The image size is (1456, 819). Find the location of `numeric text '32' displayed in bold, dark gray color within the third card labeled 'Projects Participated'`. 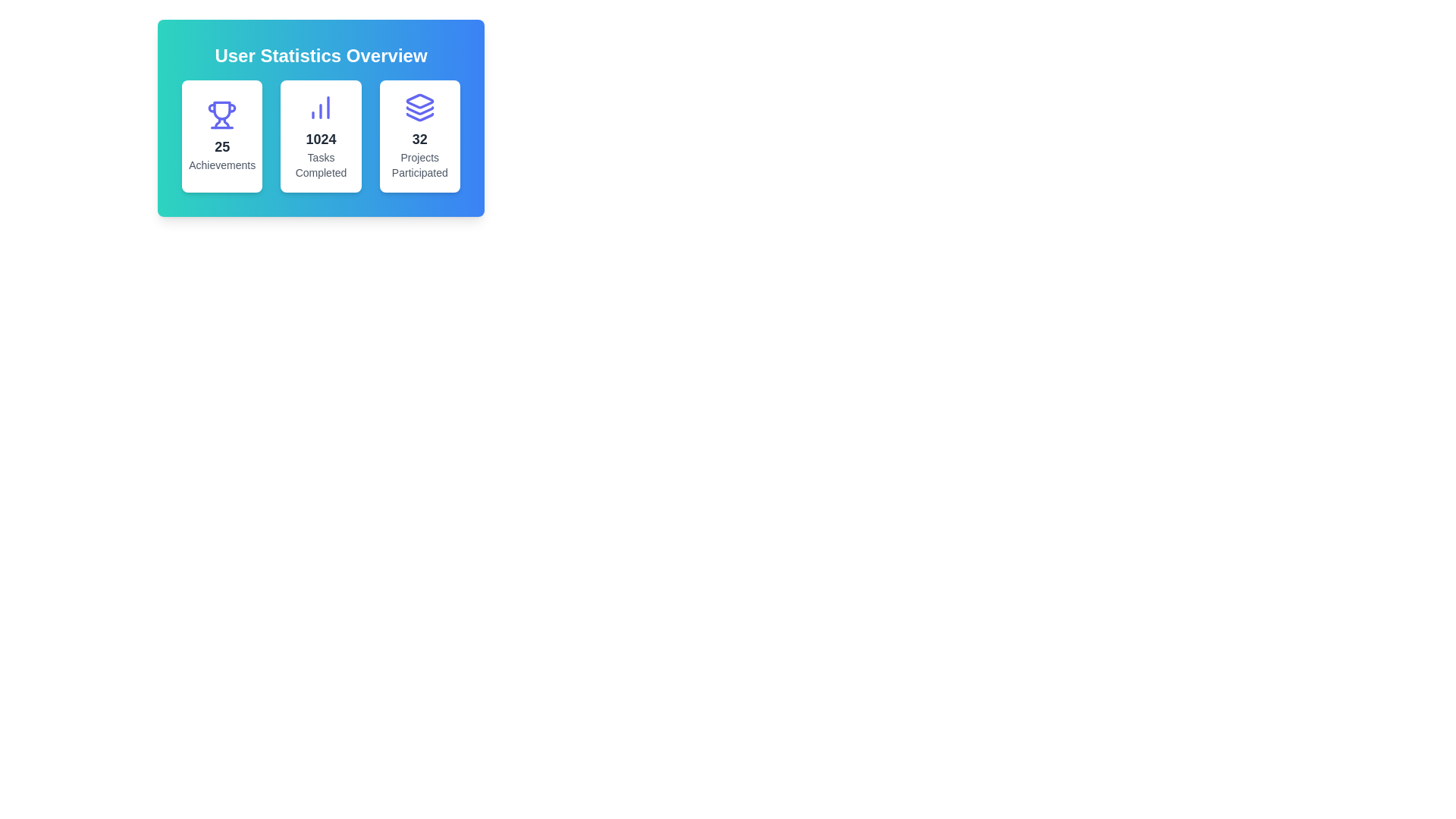

numeric text '32' displayed in bold, dark gray color within the third card labeled 'Projects Participated' is located at coordinates (419, 140).